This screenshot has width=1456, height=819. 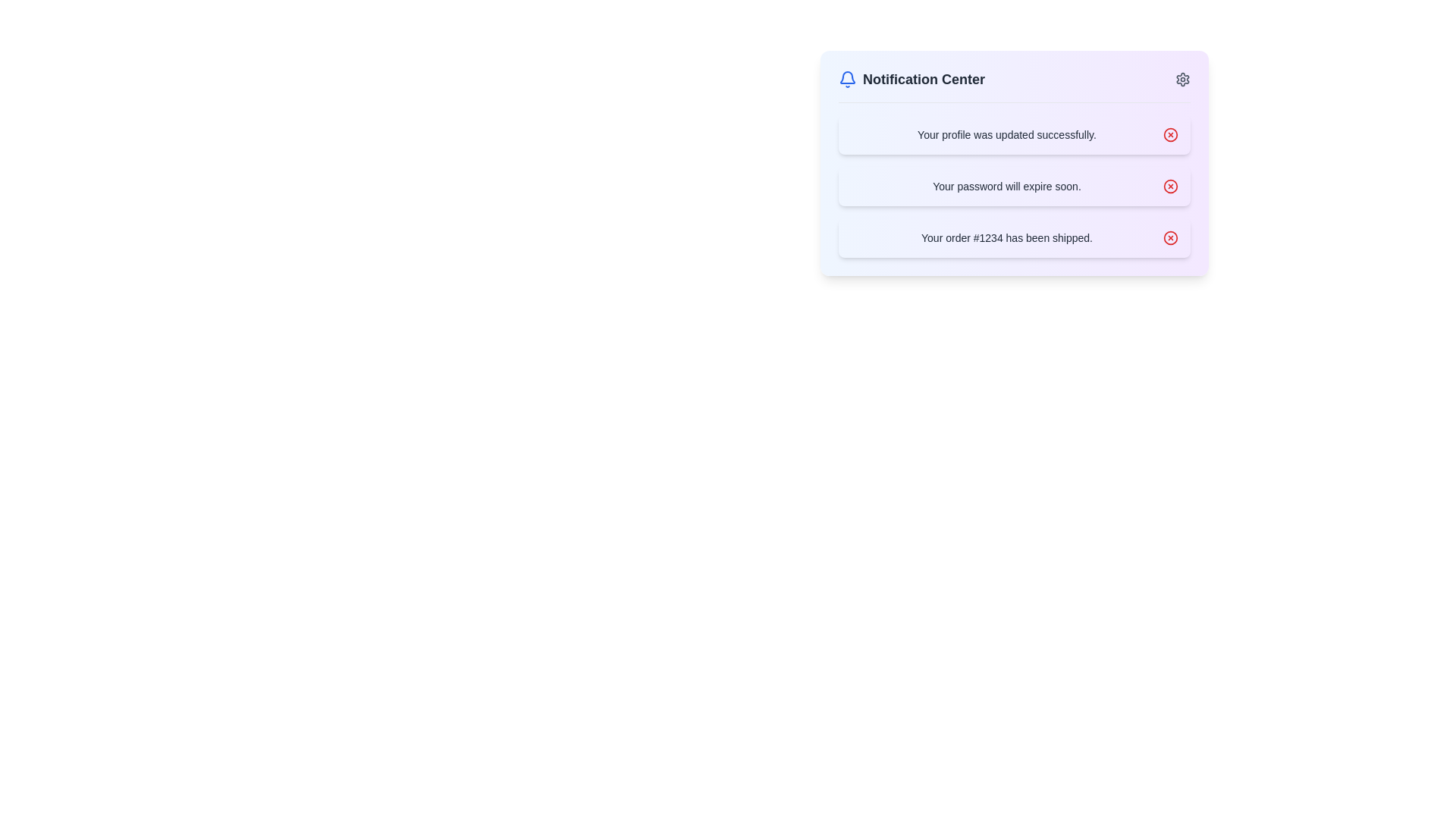 What do you see at coordinates (1170, 186) in the screenshot?
I see `the circular red outlined 'X' icon located next to the notification 'Your password will expire soon.'` at bounding box center [1170, 186].